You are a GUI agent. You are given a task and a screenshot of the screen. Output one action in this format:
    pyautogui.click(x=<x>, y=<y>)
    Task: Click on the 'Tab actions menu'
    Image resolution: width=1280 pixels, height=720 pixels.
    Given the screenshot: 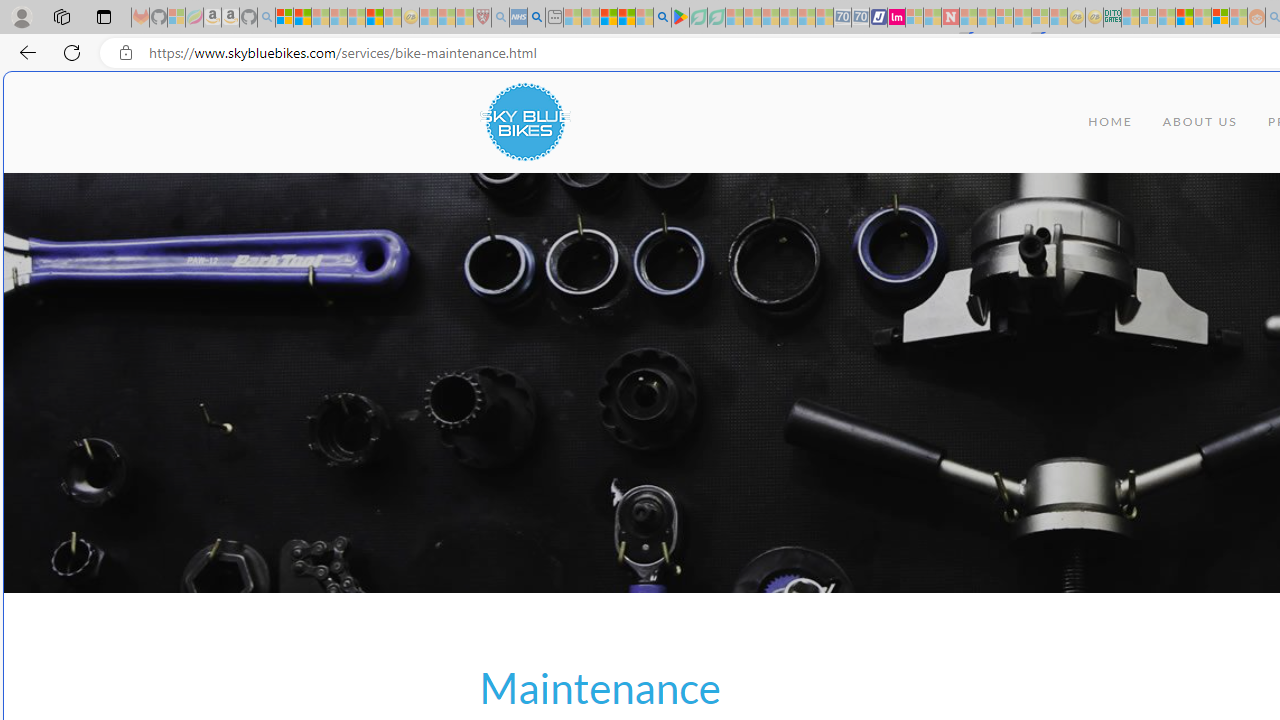 What is the action you would take?
    pyautogui.click(x=103, y=16)
    